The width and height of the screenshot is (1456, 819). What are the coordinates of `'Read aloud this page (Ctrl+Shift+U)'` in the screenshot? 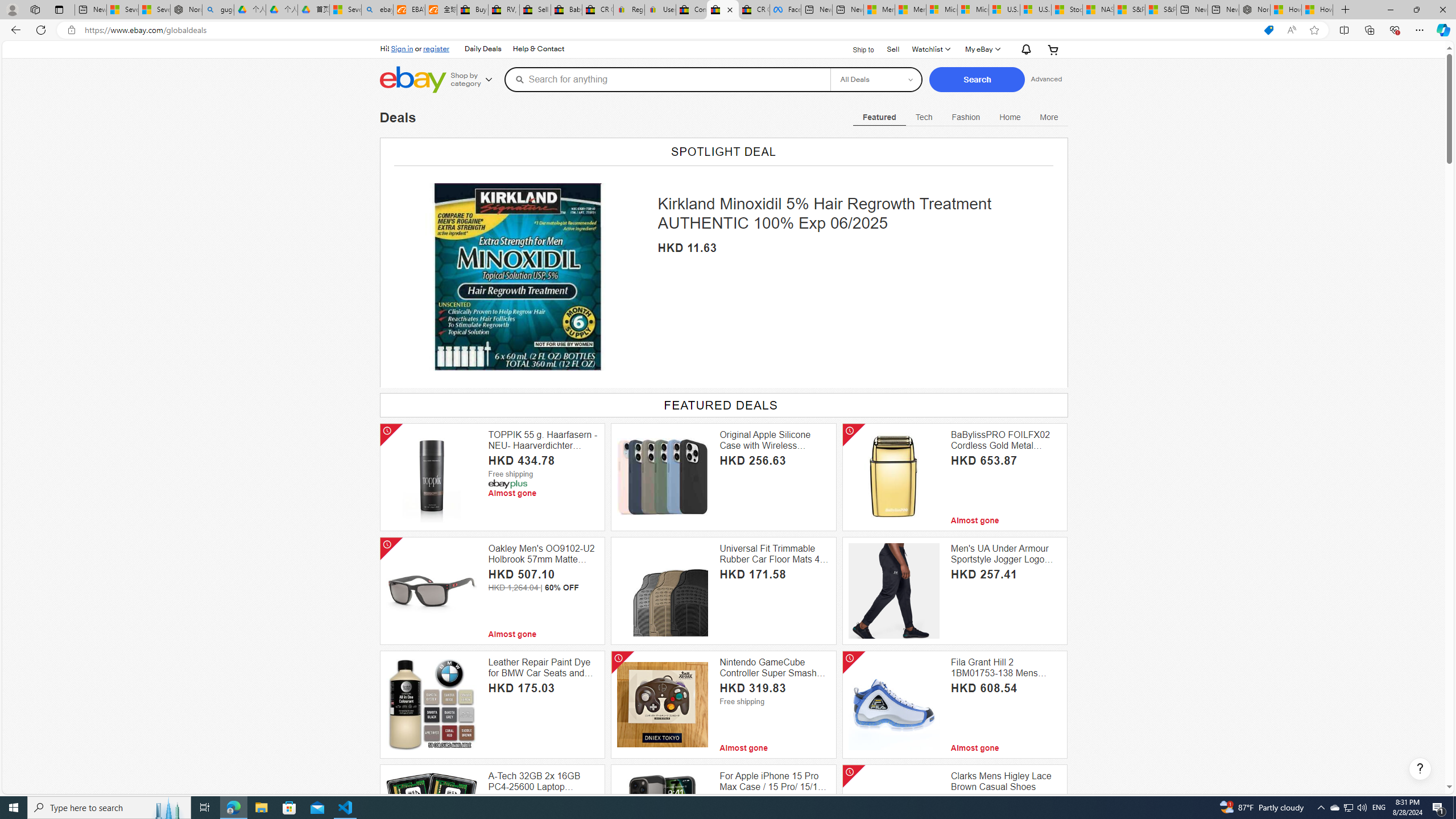 It's located at (1291, 30).